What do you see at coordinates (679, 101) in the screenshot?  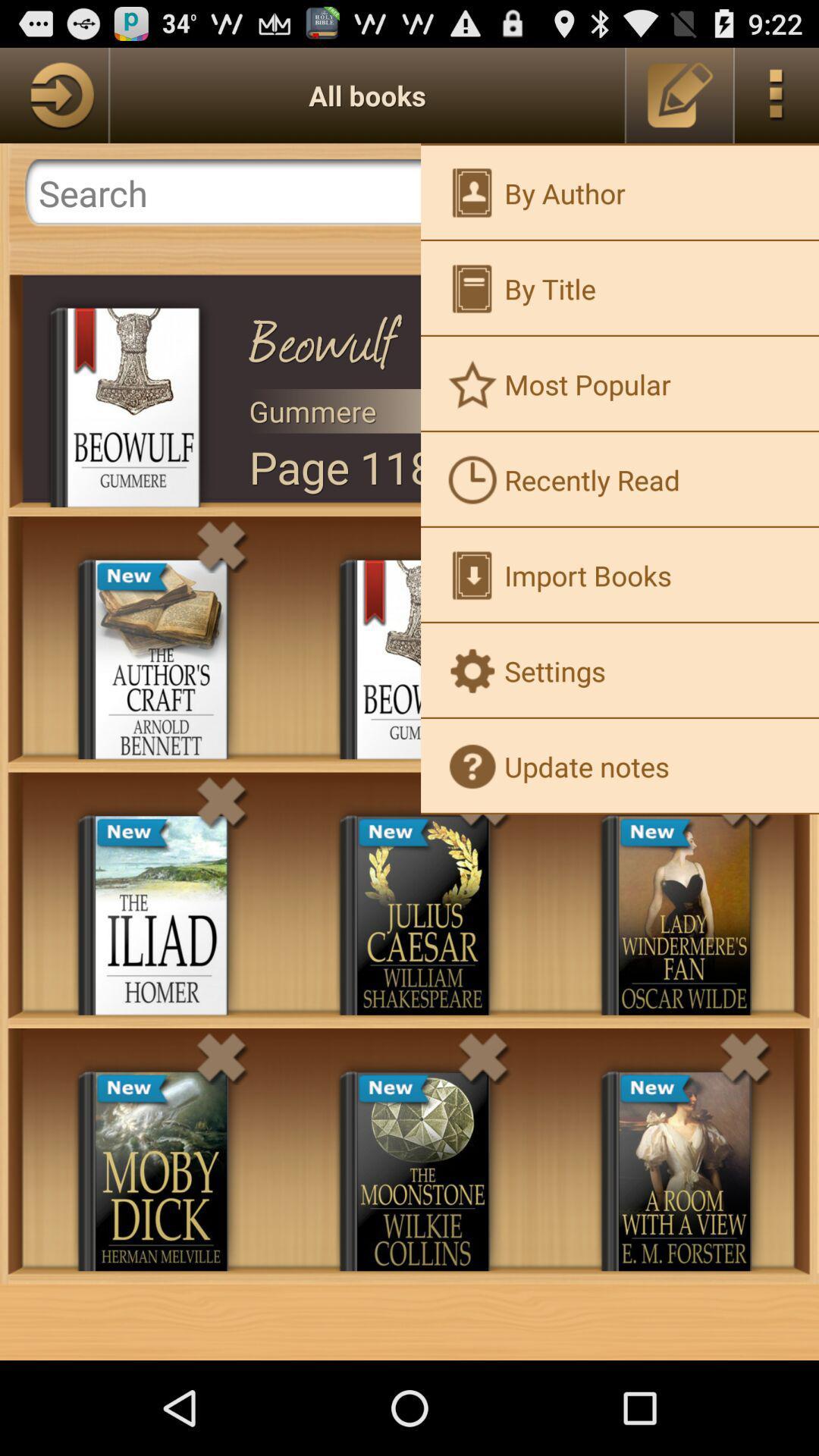 I see `the edit icon` at bounding box center [679, 101].